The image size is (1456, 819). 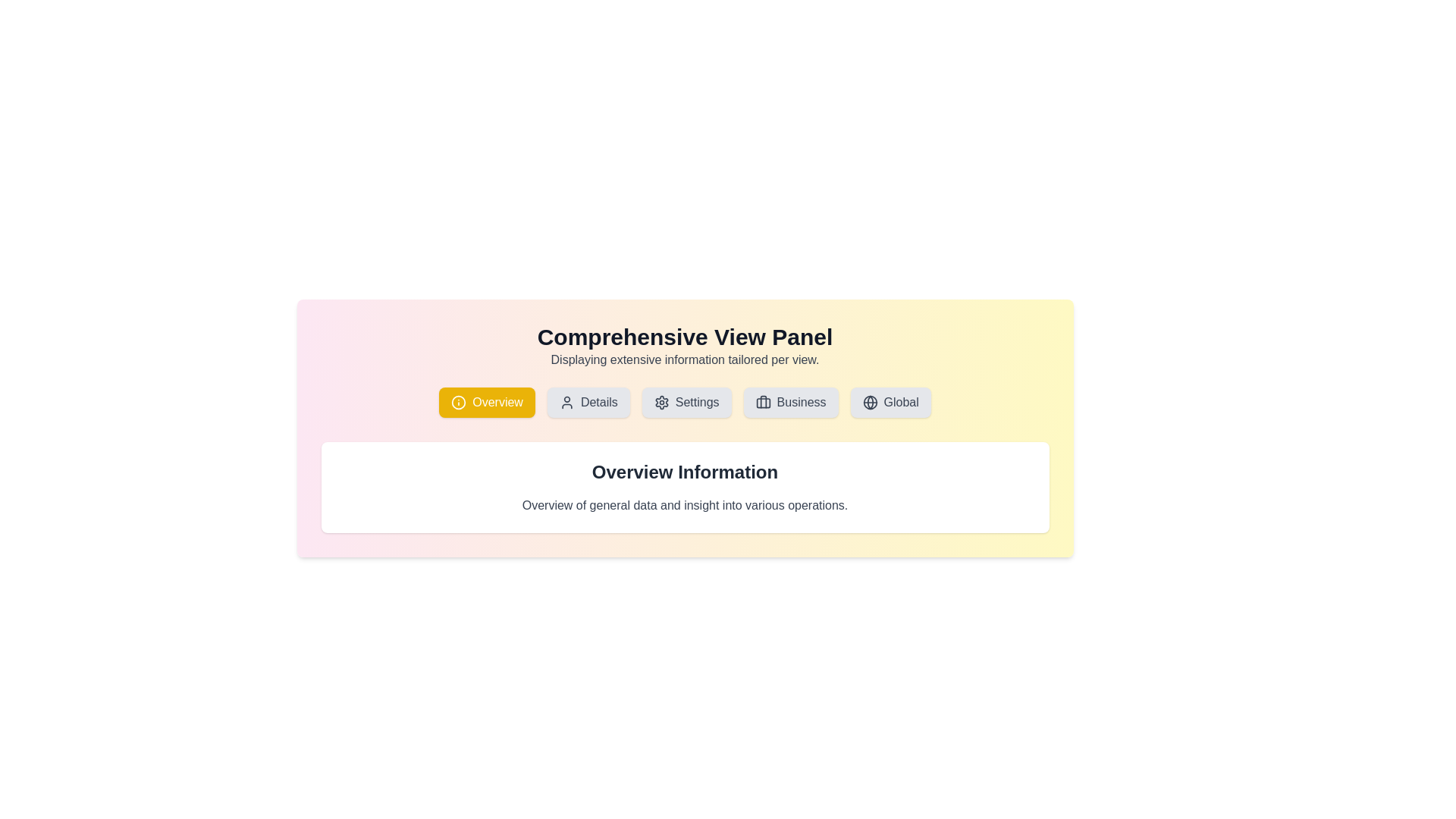 I want to click on the inner rectangular element within the briefcase-shaped icon associated with the 'Business' label in the navigation bar, so click(x=763, y=402).